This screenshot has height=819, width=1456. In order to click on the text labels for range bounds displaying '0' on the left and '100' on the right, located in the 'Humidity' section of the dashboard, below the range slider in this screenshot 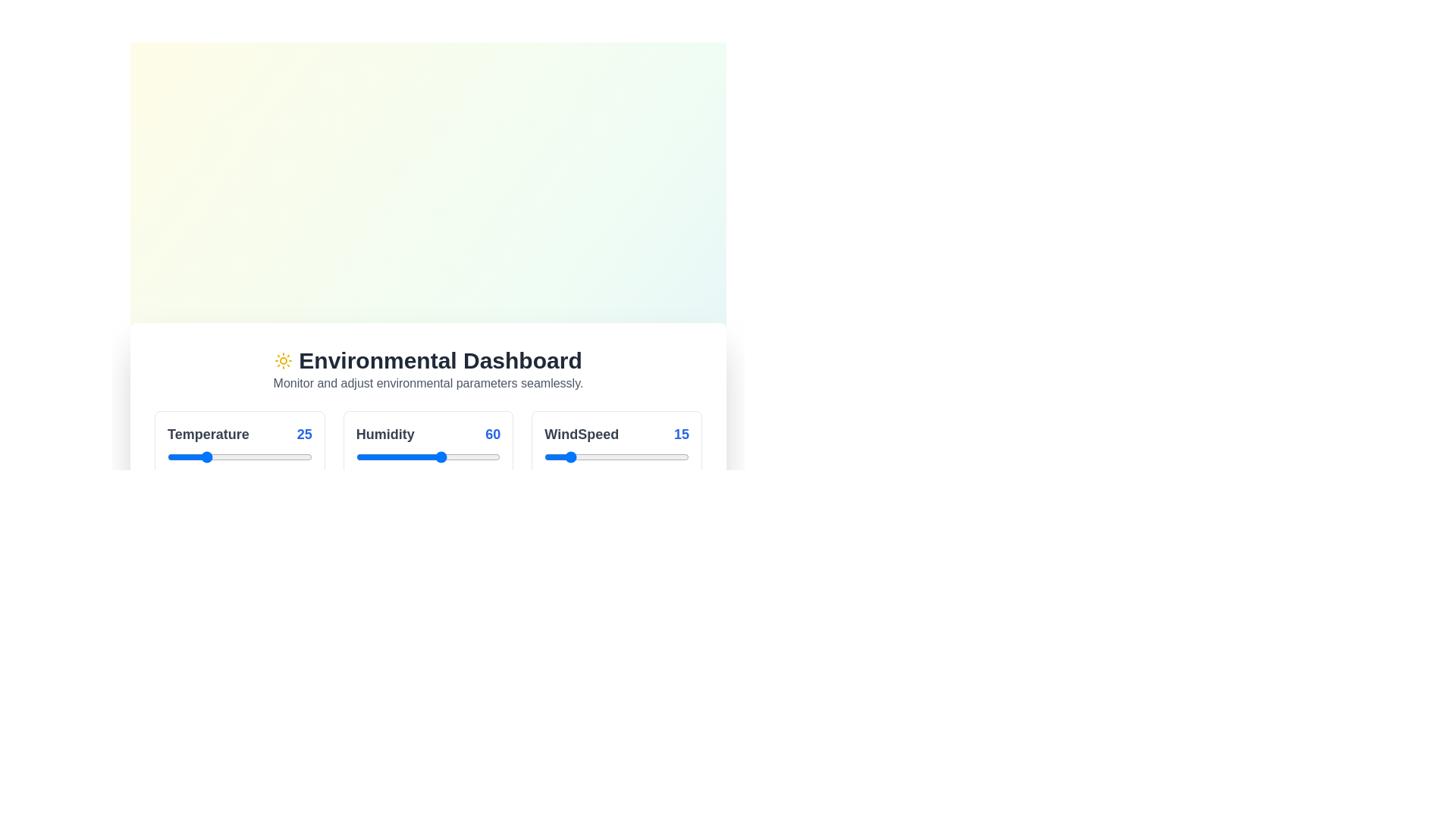, I will do `click(428, 482)`.